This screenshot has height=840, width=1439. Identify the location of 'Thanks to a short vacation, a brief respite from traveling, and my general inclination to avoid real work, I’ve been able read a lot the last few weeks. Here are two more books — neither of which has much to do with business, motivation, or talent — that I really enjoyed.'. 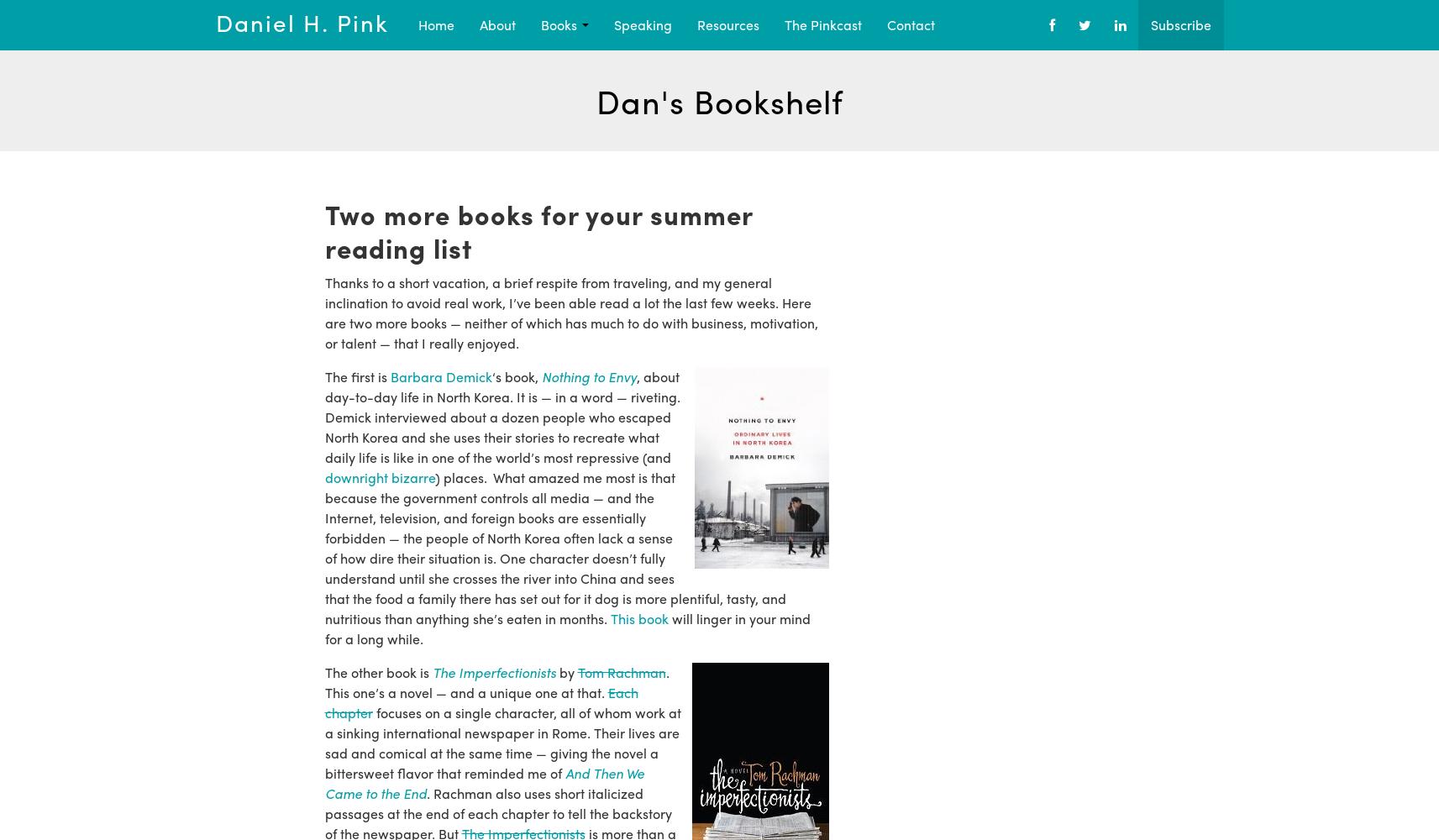
(570, 312).